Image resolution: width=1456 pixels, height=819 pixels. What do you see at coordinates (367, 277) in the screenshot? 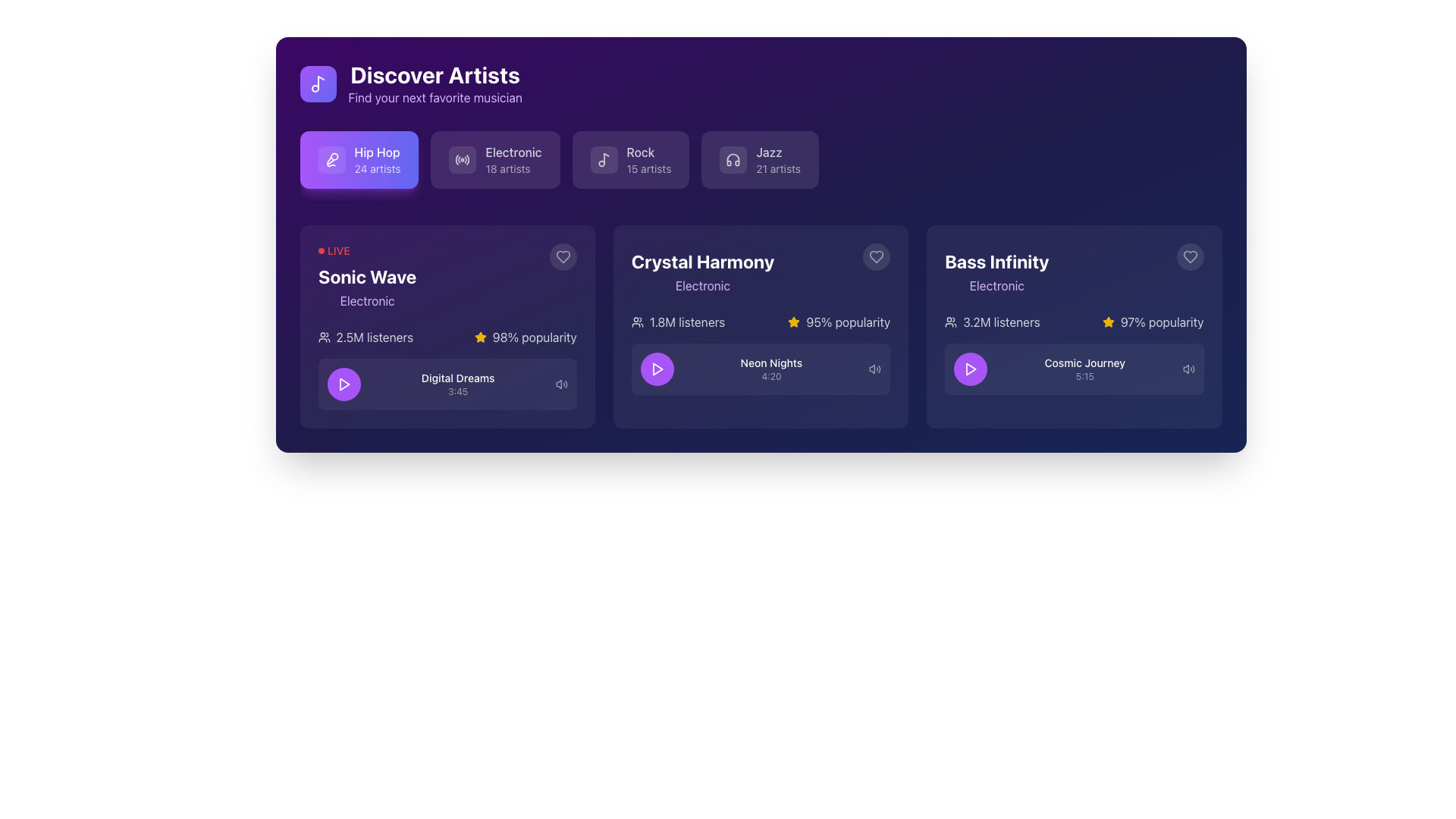
I see `text content of the main heading or descriptor for the item 'Sonic Wave' in the interactive card located in the top-left corner of the row` at bounding box center [367, 277].